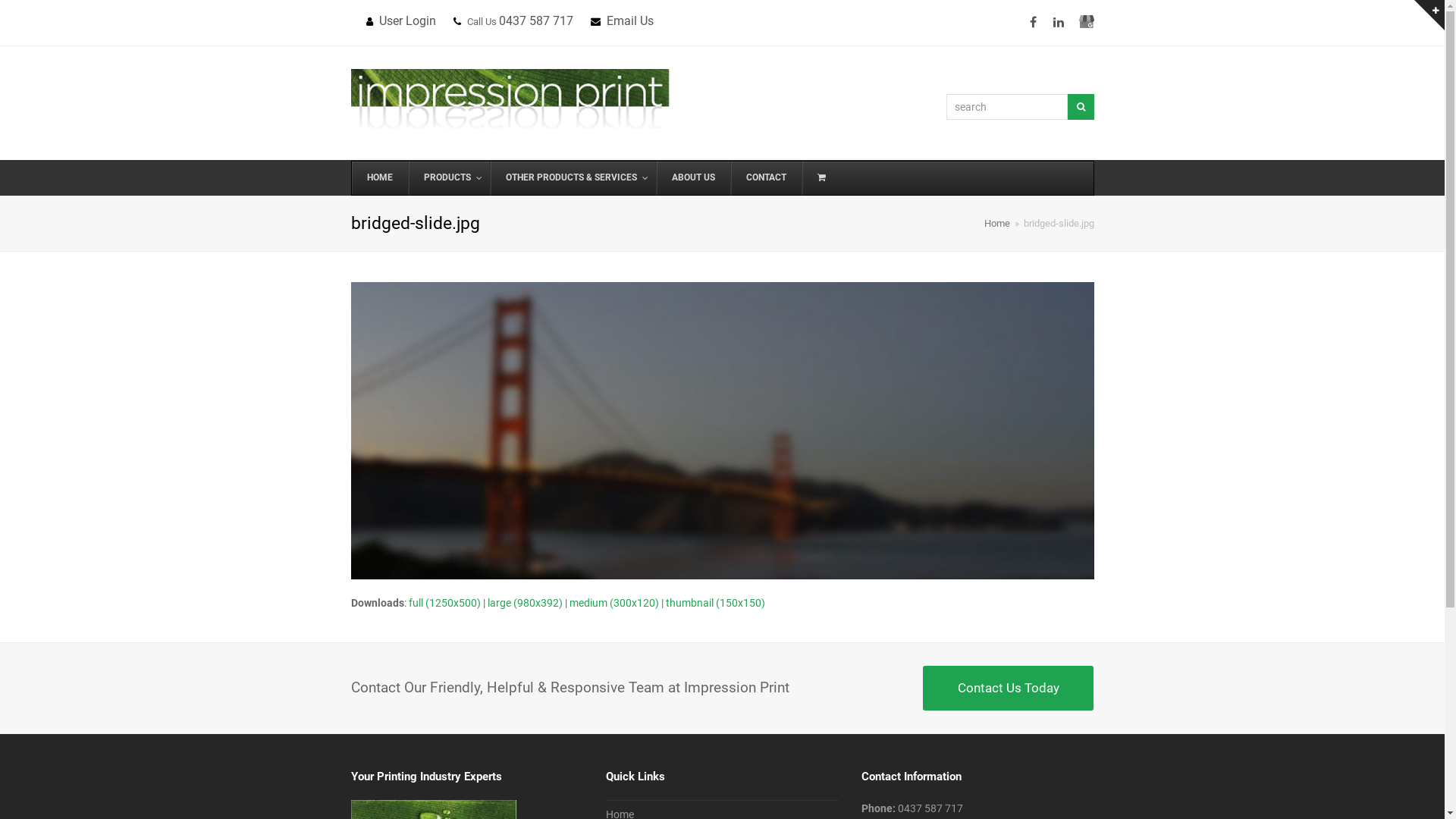 This screenshot has height=819, width=1456. Describe the element at coordinates (379, 177) in the screenshot. I see `'HOME'` at that location.